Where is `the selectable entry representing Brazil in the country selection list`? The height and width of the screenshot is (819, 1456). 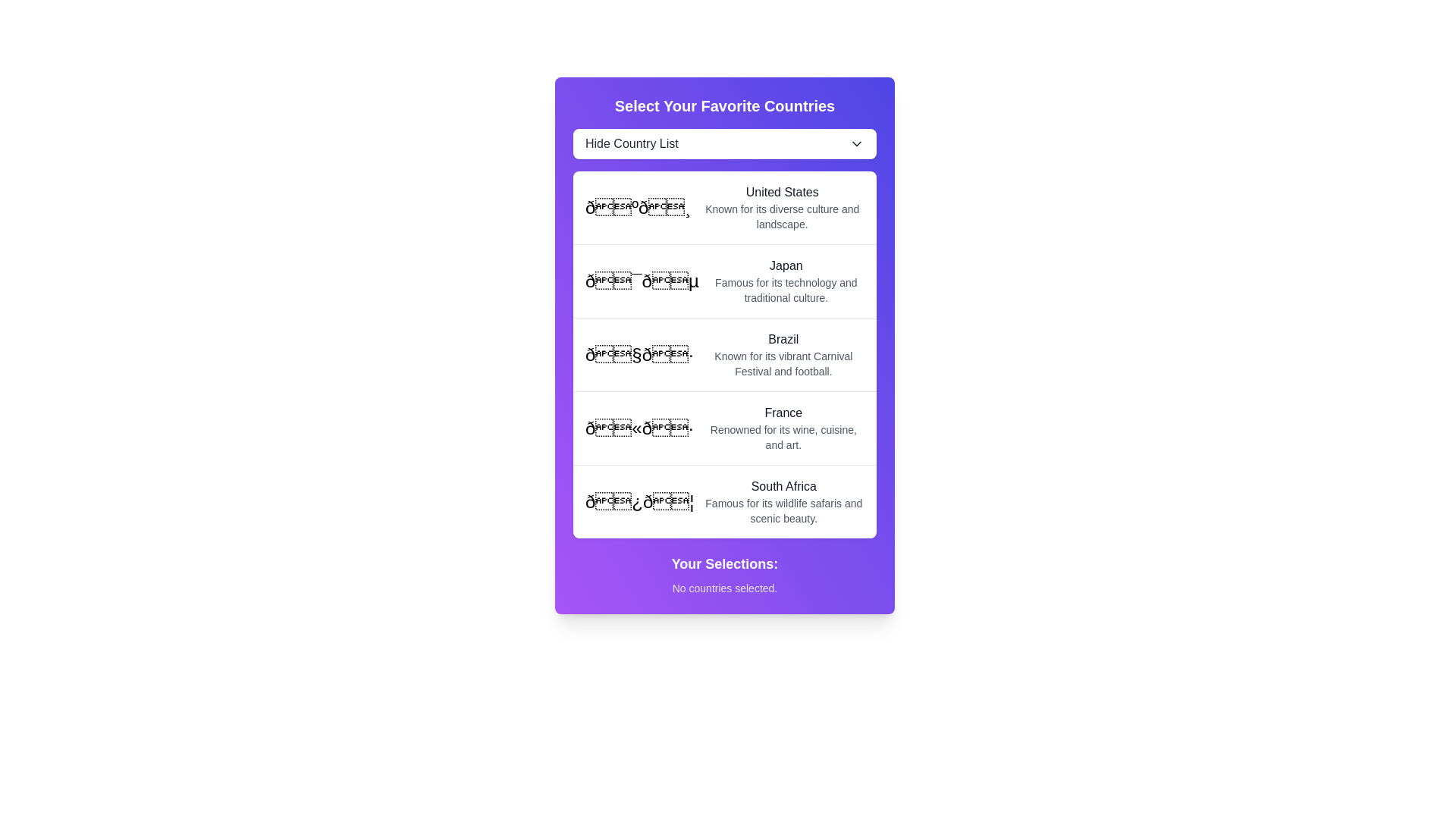 the selectable entry representing Brazil in the country selection list is located at coordinates (723, 354).